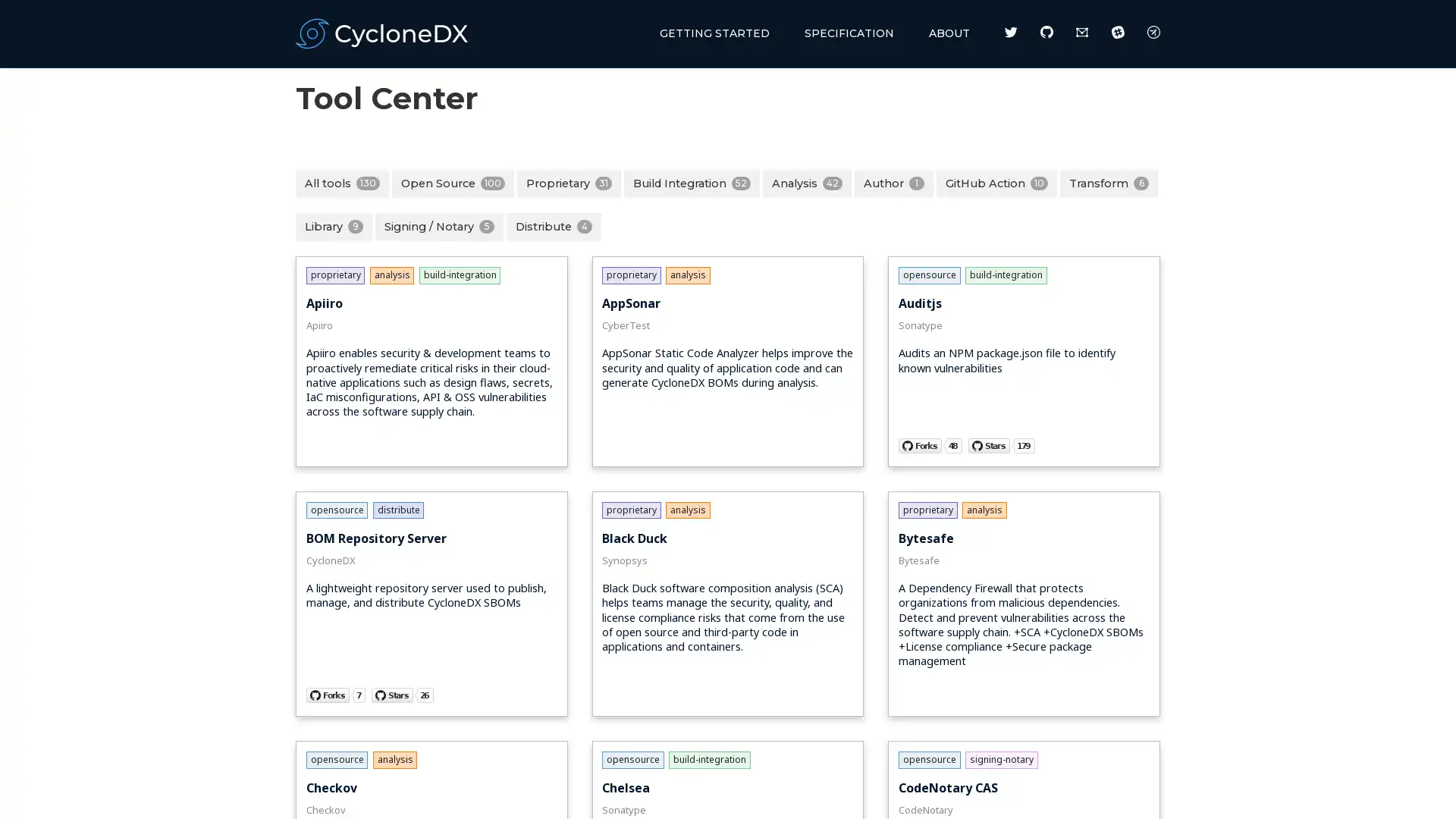  I want to click on Proprietary 31, so click(568, 182).